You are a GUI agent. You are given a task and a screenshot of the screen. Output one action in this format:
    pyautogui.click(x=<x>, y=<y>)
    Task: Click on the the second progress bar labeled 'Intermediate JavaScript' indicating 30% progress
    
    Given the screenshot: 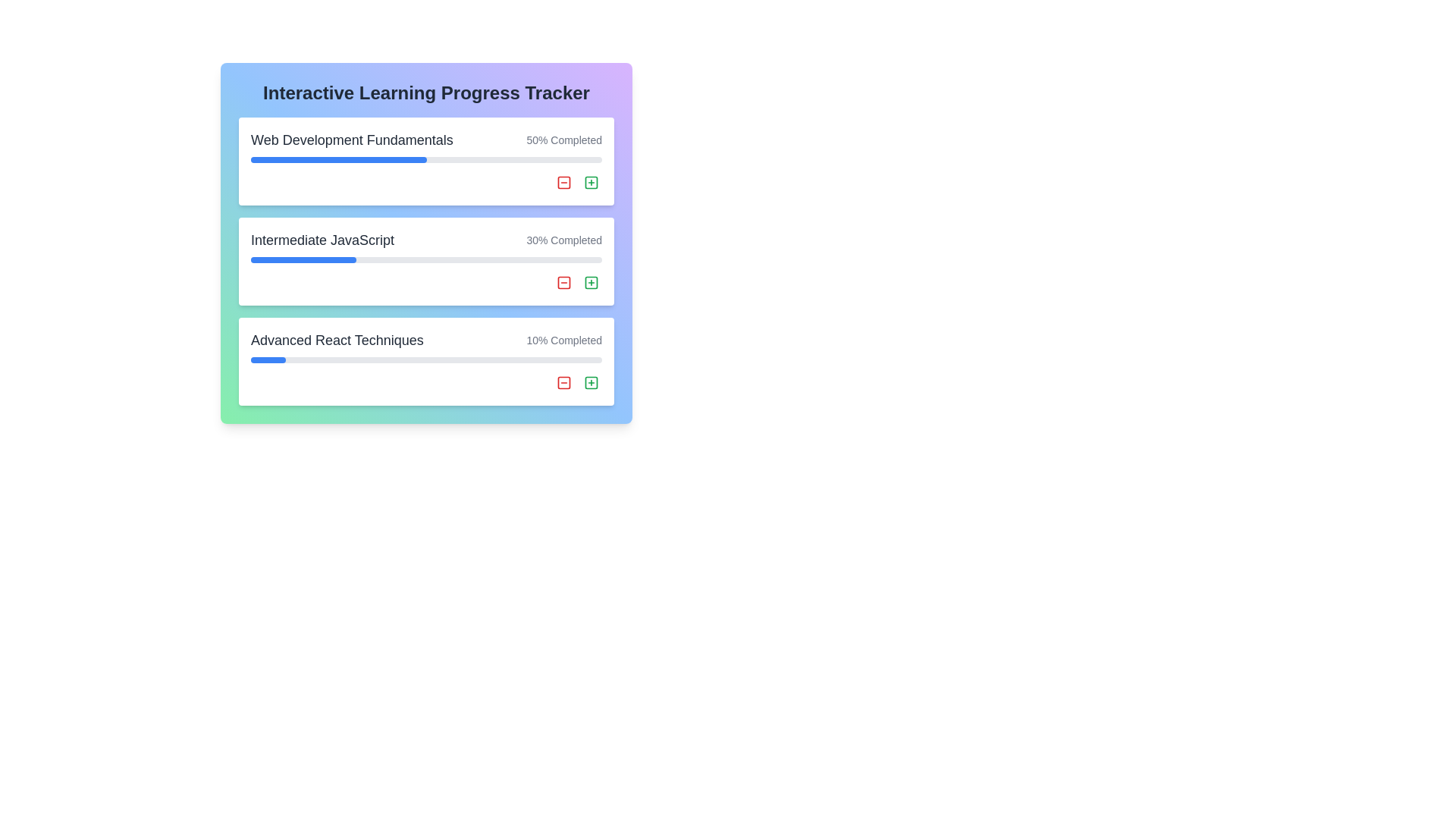 What is the action you would take?
    pyautogui.click(x=425, y=260)
    